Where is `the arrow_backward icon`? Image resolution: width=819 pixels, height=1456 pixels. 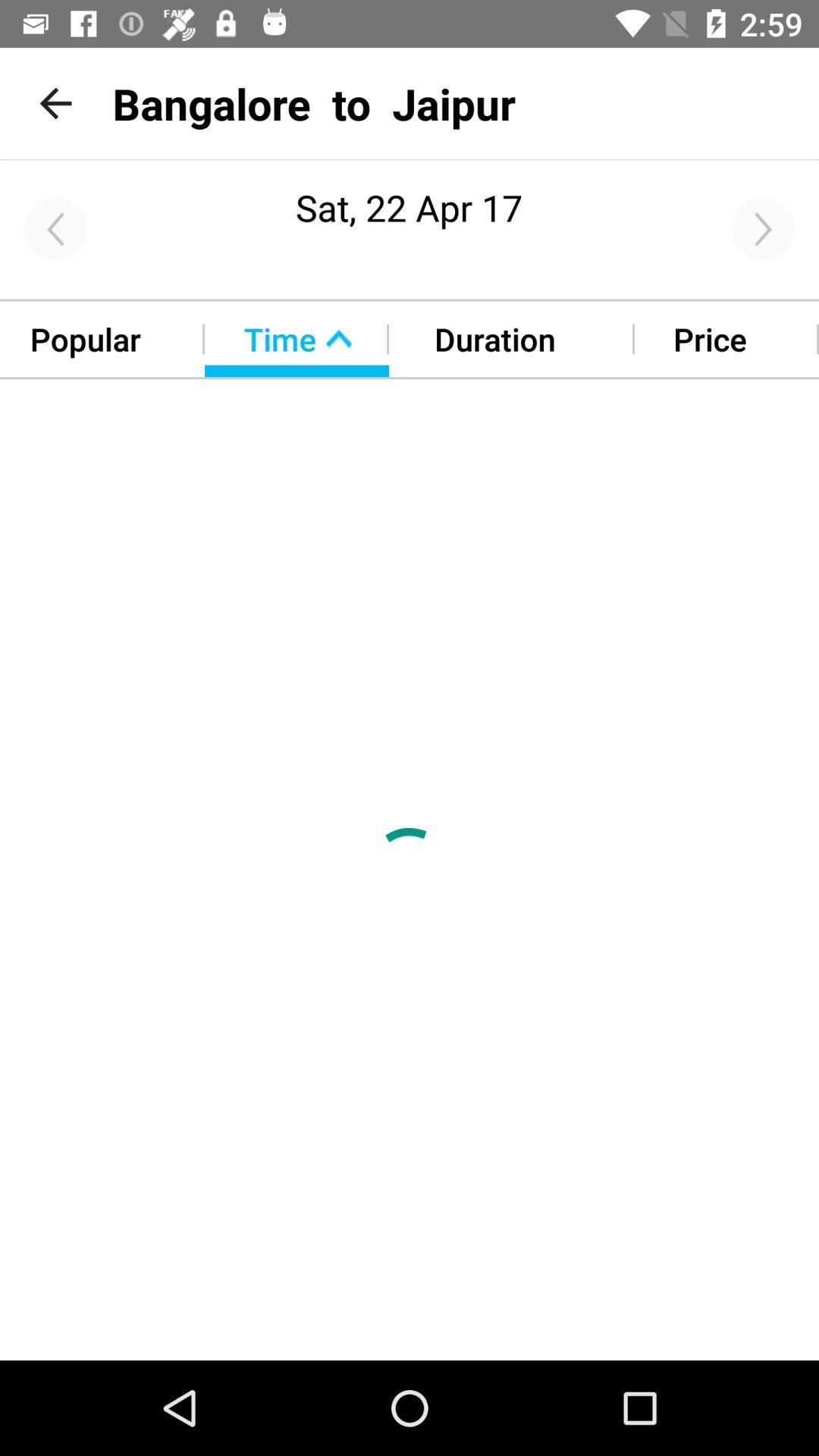
the arrow_backward icon is located at coordinates (55, 228).